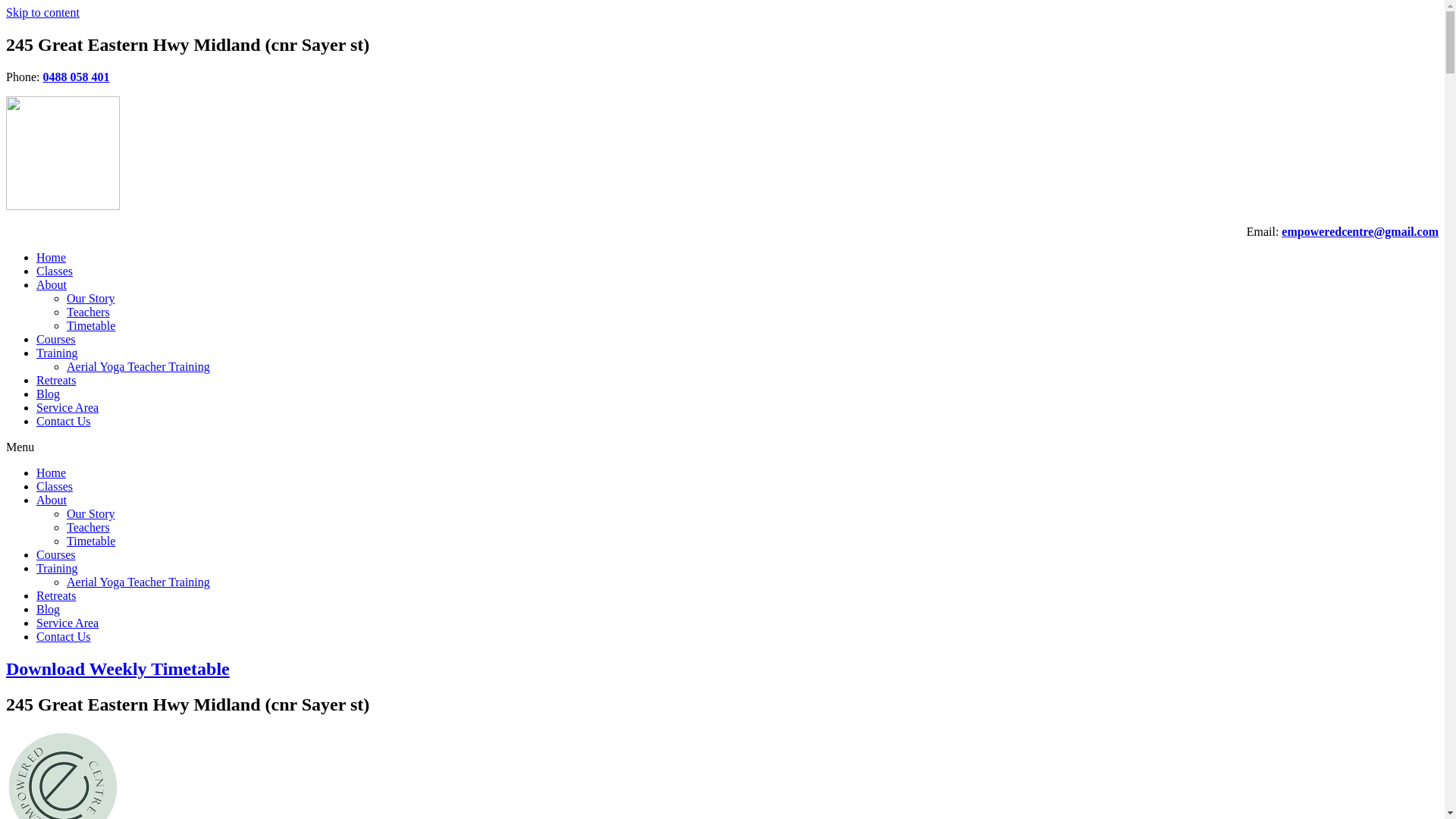 This screenshot has width=1456, height=819. Describe the element at coordinates (62, 421) in the screenshot. I see `'Contact Us'` at that location.